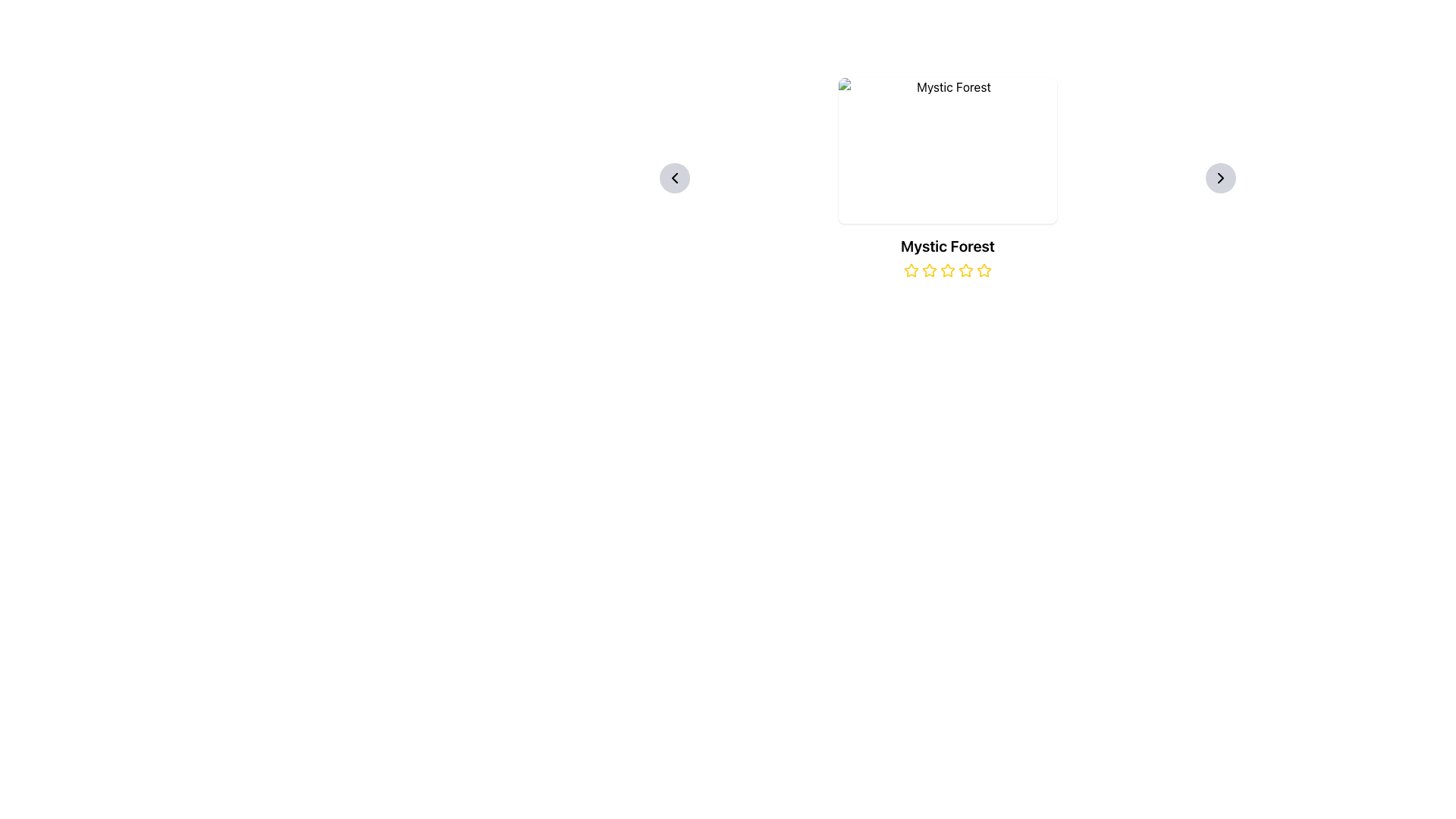 Image resolution: width=1456 pixels, height=819 pixels. Describe the element at coordinates (910, 268) in the screenshot. I see `the first star icon in the rating component located underneath the text titled 'Mystic Forest'` at that location.